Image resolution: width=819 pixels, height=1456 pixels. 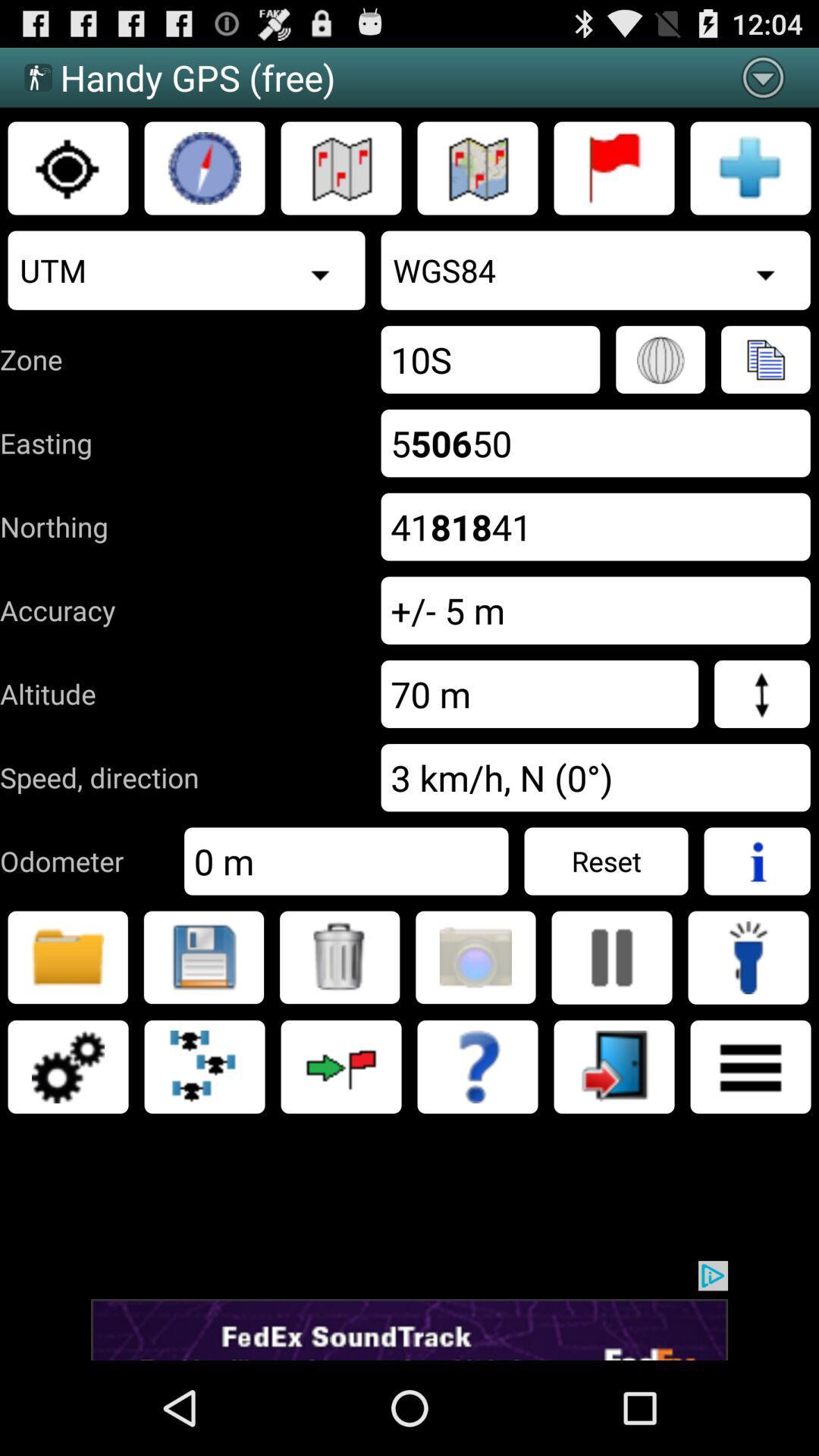 What do you see at coordinates (339, 956) in the screenshot?
I see `delete button` at bounding box center [339, 956].